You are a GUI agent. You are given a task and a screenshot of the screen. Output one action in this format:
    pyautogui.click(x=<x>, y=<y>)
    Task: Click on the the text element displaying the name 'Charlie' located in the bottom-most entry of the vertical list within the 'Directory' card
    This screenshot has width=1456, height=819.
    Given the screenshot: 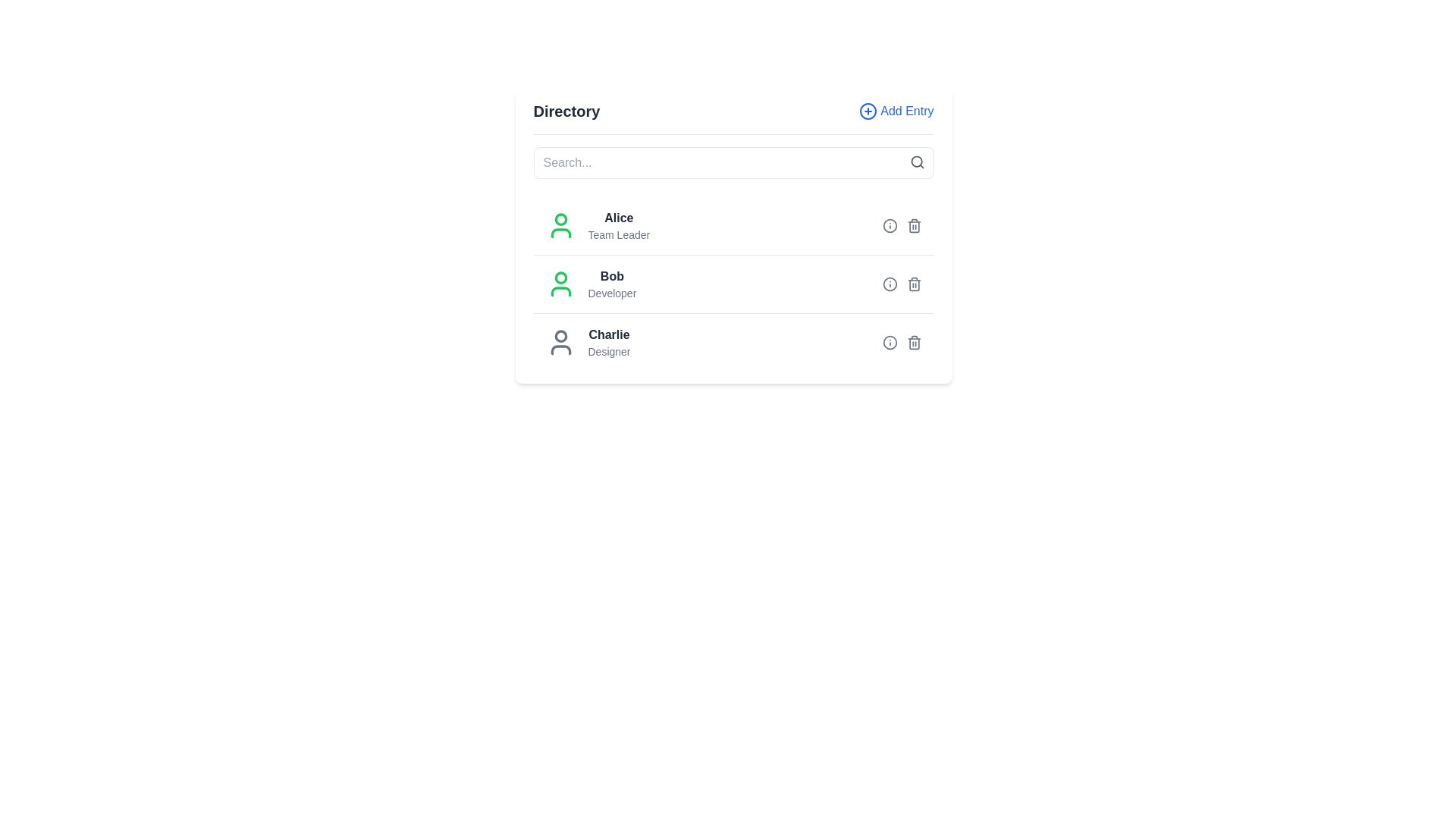 What is the action you would take?
    pyautogui.click(x=609, y=334)
    